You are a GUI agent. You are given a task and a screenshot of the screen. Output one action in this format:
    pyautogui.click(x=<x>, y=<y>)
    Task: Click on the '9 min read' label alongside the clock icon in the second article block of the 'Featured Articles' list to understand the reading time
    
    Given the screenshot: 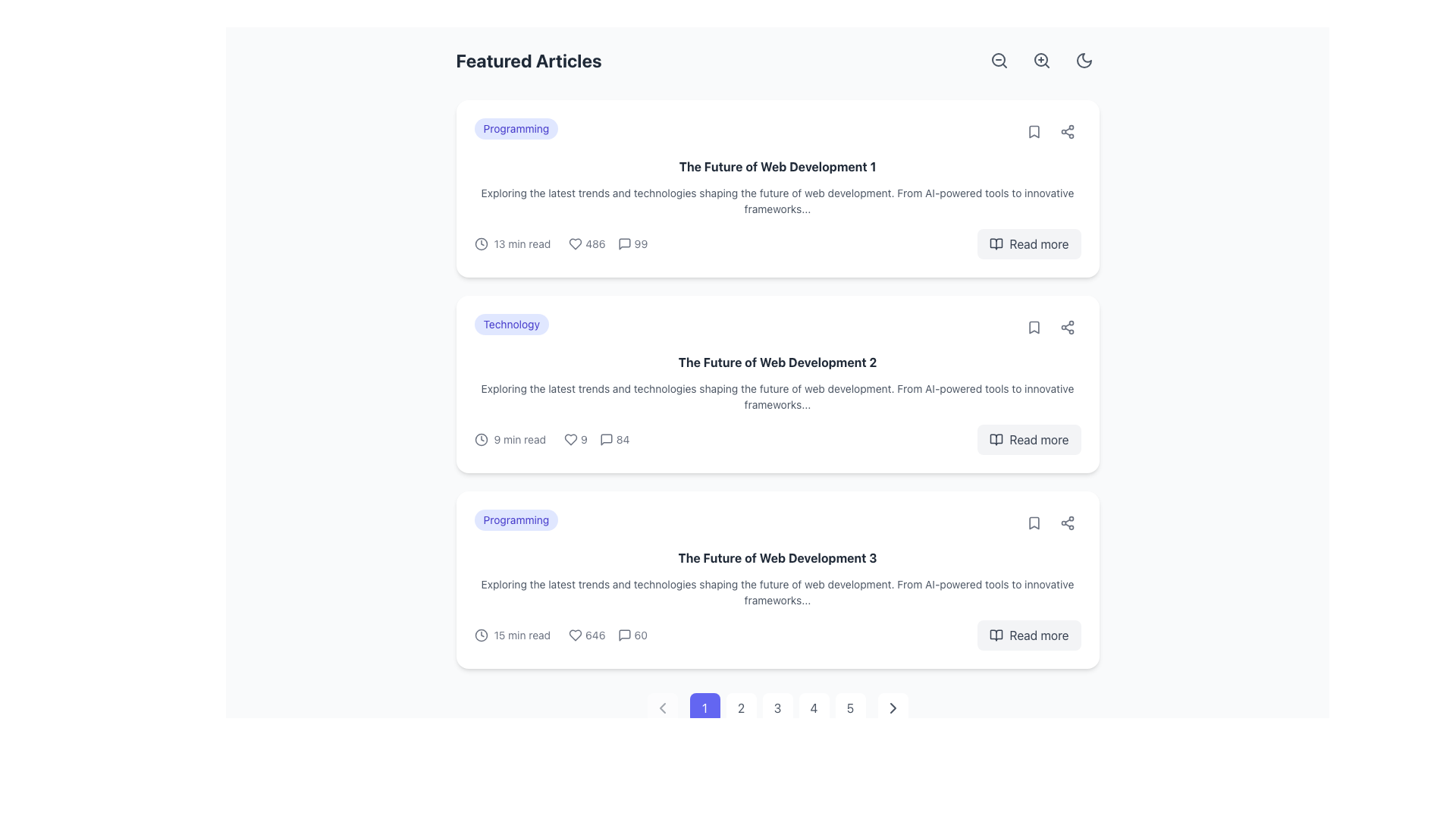 What is the action you would take?
    pyautogui.click(x=510, y=439)
    